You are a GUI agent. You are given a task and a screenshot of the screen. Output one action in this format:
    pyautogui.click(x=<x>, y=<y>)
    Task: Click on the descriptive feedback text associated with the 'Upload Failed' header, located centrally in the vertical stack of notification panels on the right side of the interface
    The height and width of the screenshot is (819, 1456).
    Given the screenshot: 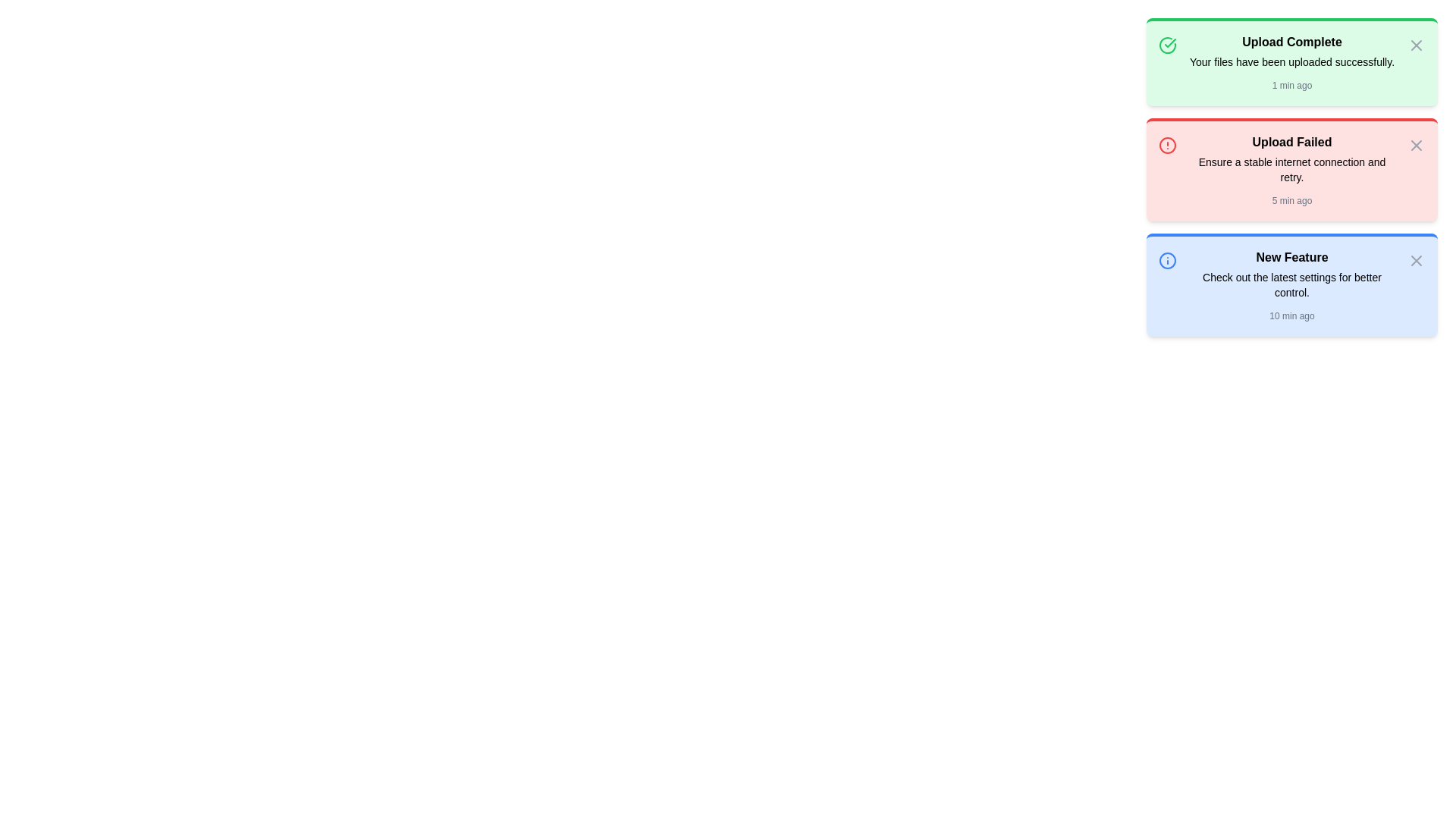 What is the action you would take?
    pyautogui.click(x=1291, y=169)
    